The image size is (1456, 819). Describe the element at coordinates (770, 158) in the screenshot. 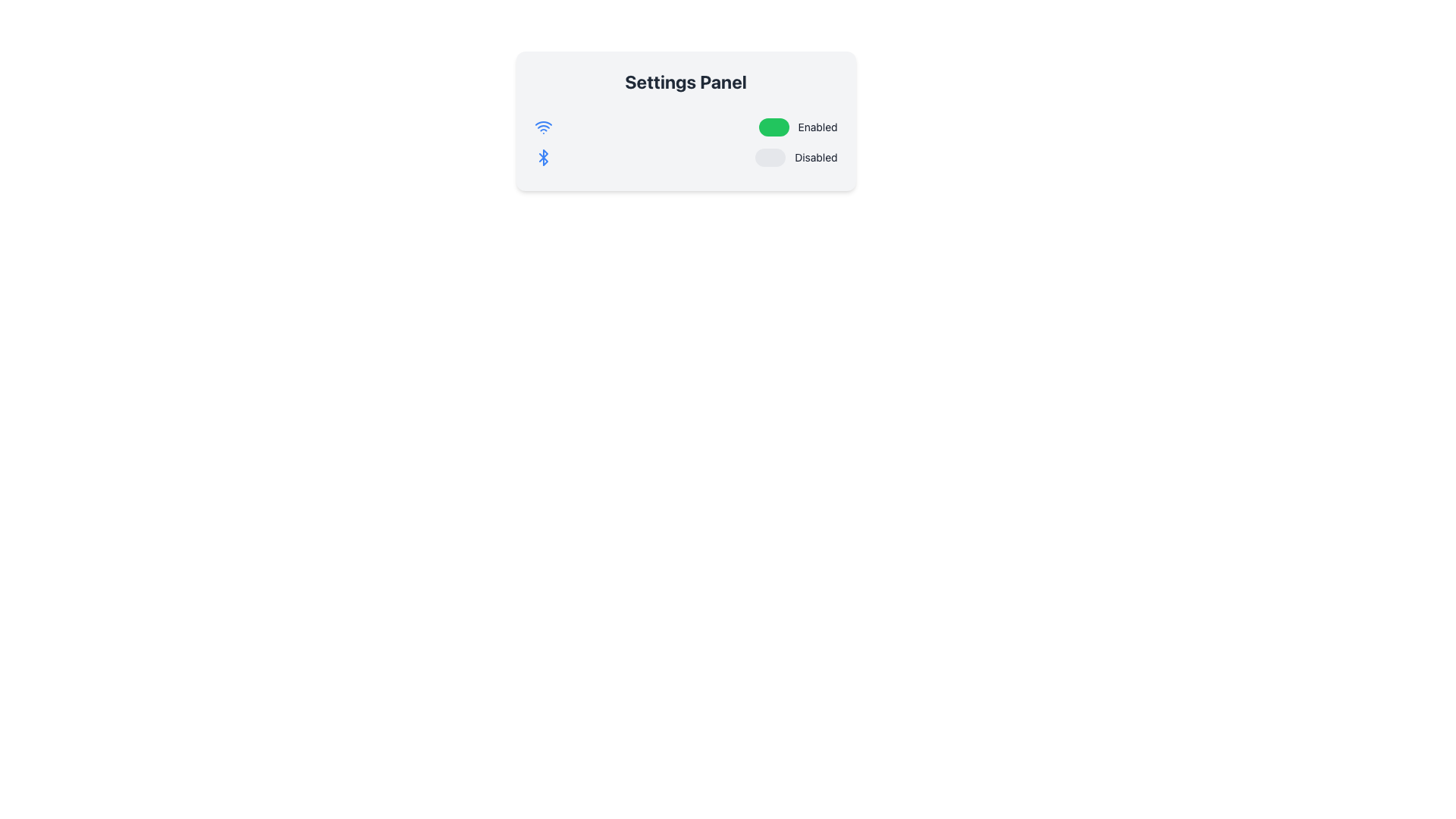

I see `the toggle switch located in the 'Disabled' section of the settings panel, which is the second toggle switch presented vertically` at that location.